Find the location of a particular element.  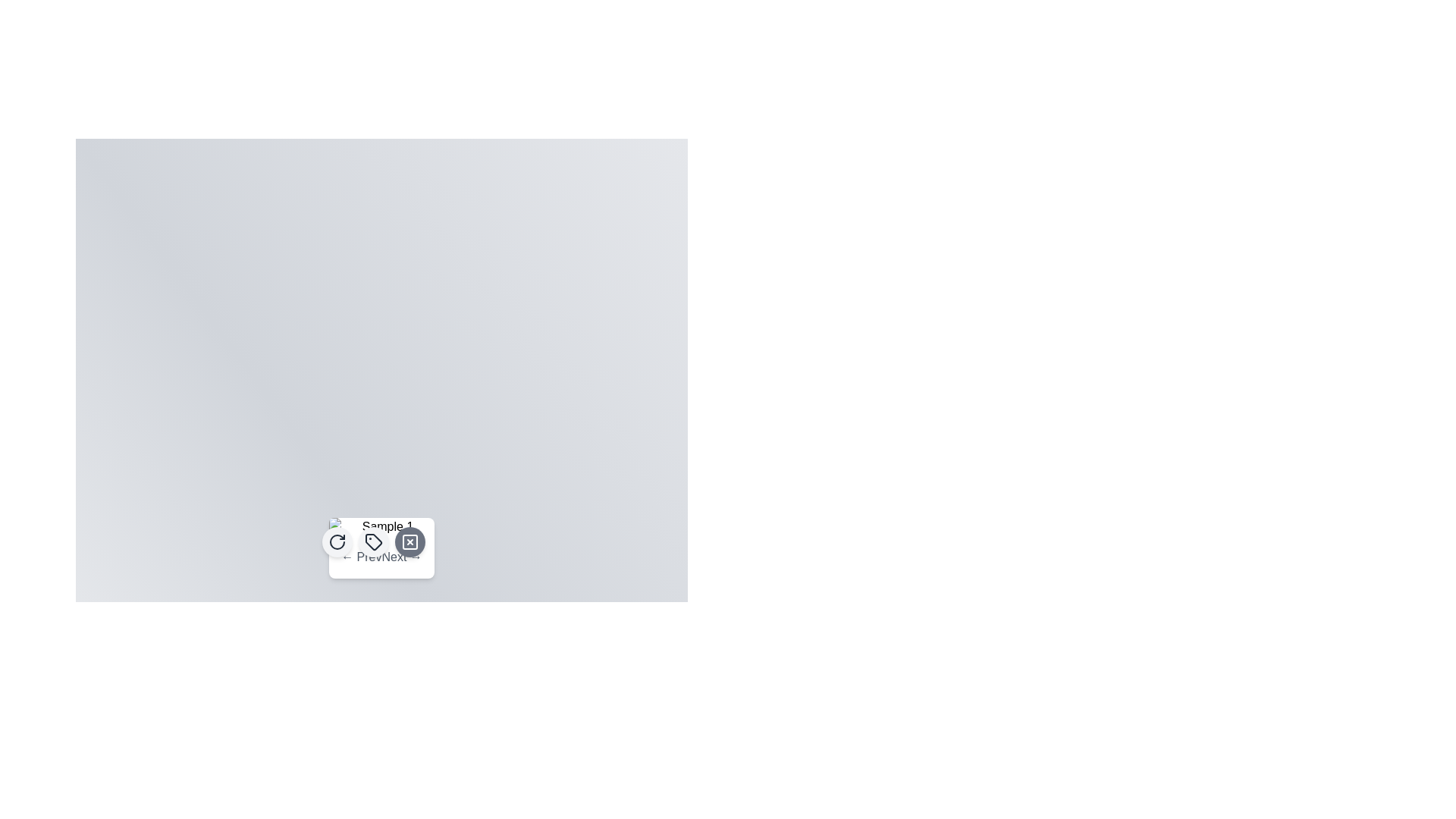

the rectangular image with rounded corners and alt text 'Sample 1', which is positioned centrally above navigation buttons is located at coordinates (381, 526).